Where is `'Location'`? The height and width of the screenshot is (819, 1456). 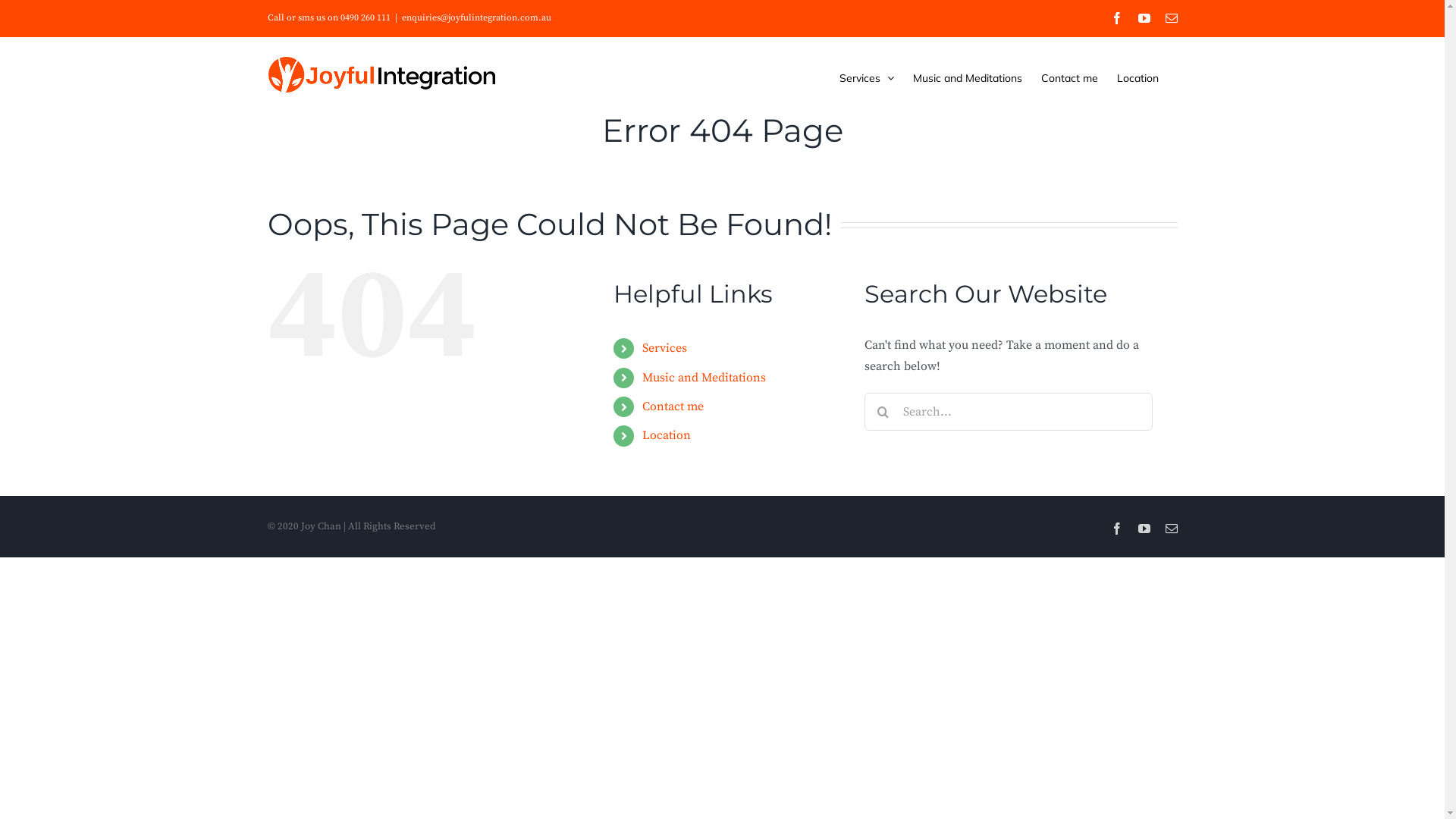 'Location' is located at coordinates (666, 435).